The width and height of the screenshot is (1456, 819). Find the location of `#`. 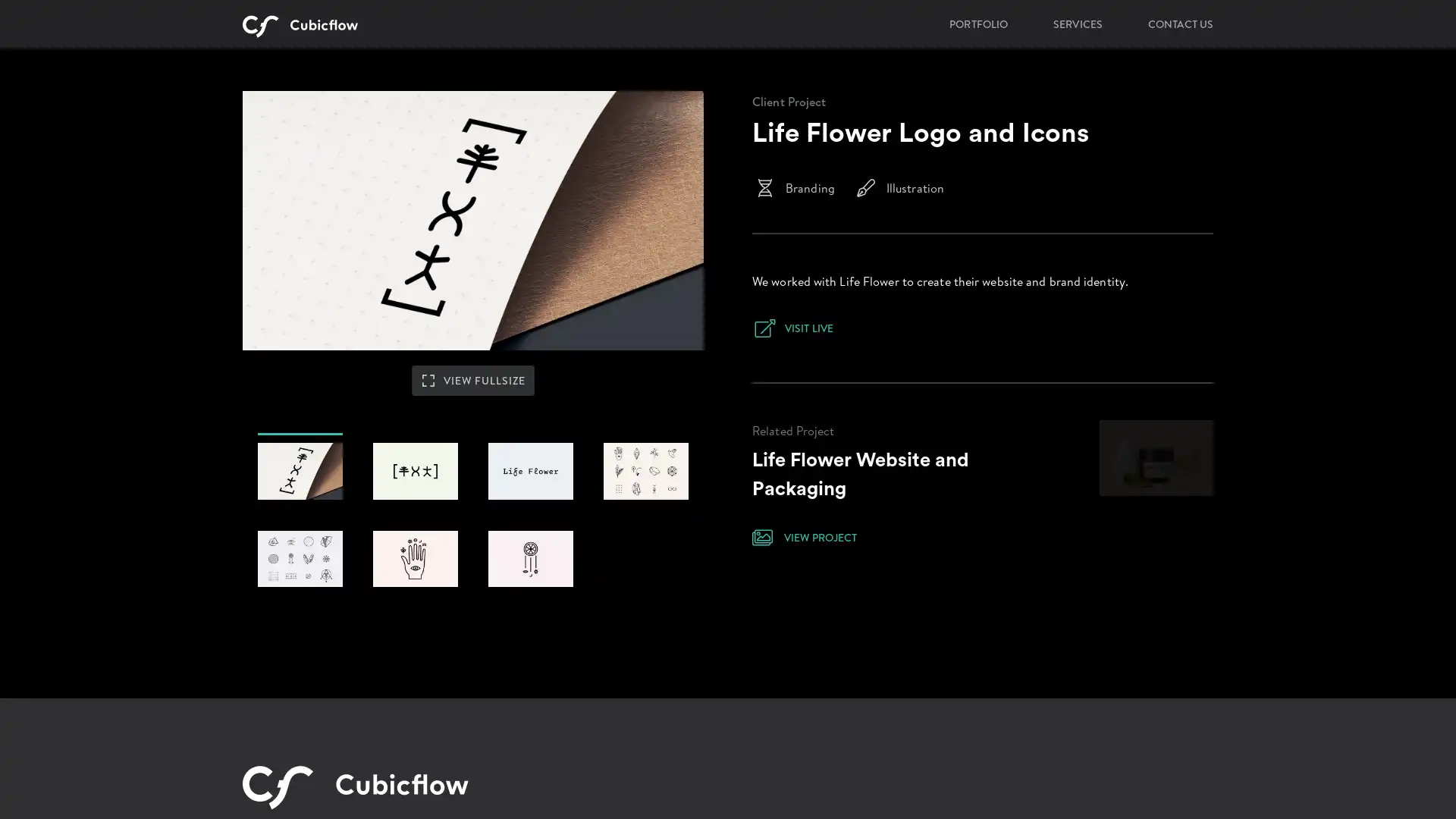

# is located at coordinates (415, 610).